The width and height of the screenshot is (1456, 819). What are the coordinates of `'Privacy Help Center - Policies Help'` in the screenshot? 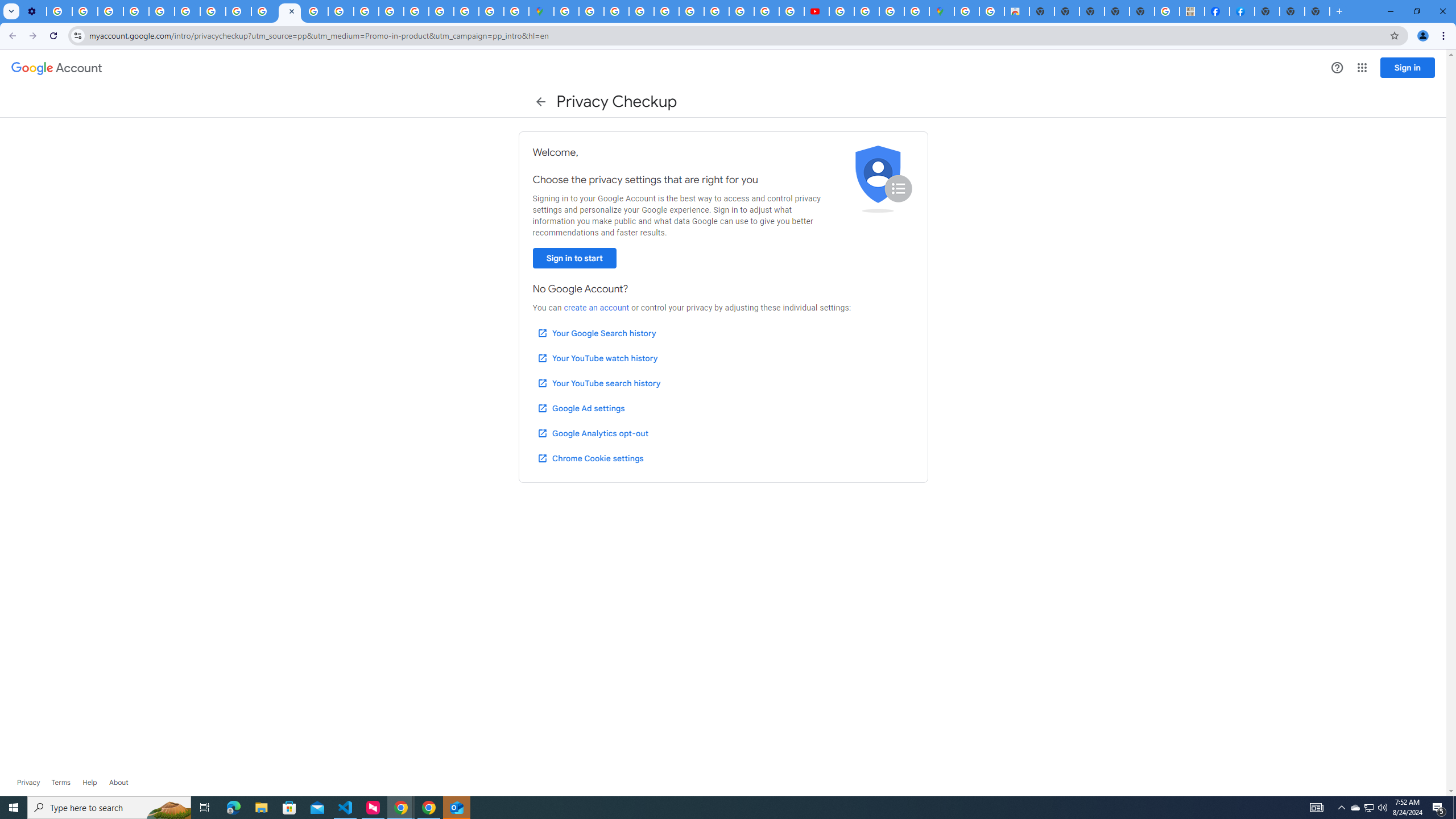 It's located at (162, 11).